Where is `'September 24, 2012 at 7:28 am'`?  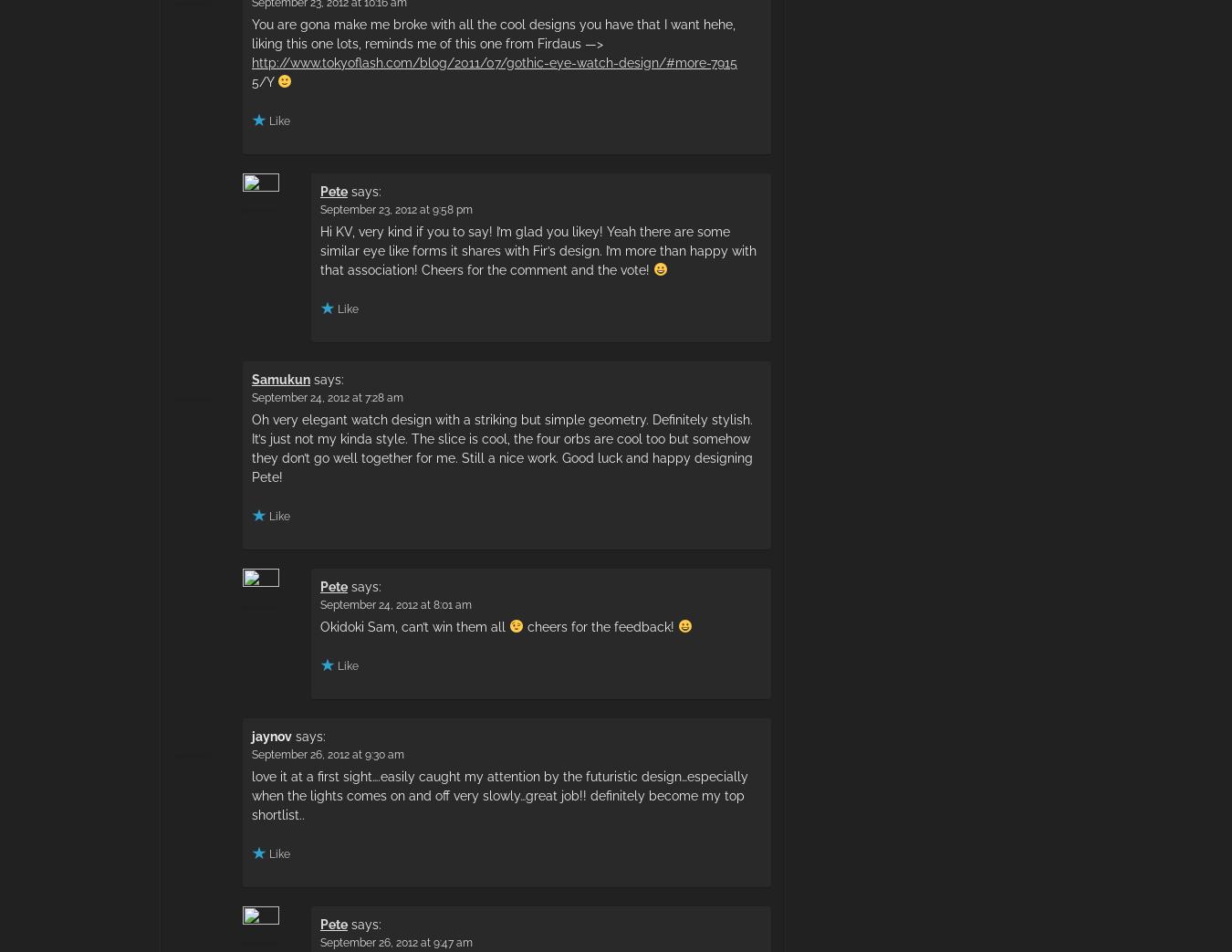 'September 24, 2012 at 7:28 am' is located at coordinates (327, 397).